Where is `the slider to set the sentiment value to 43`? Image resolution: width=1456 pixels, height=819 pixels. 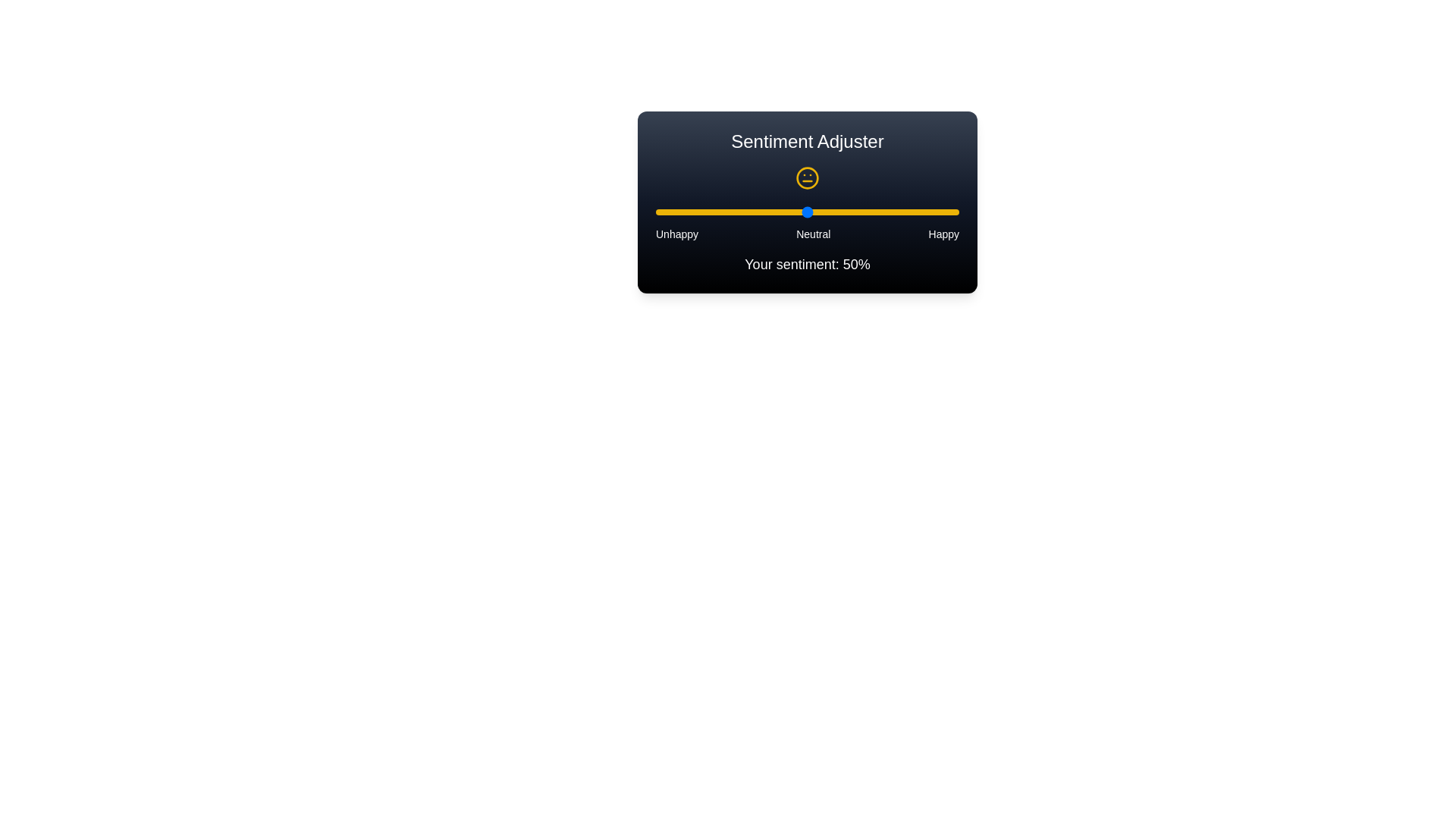
the slider to set the sentiment value to 43 is located at coordinates (786, 212).